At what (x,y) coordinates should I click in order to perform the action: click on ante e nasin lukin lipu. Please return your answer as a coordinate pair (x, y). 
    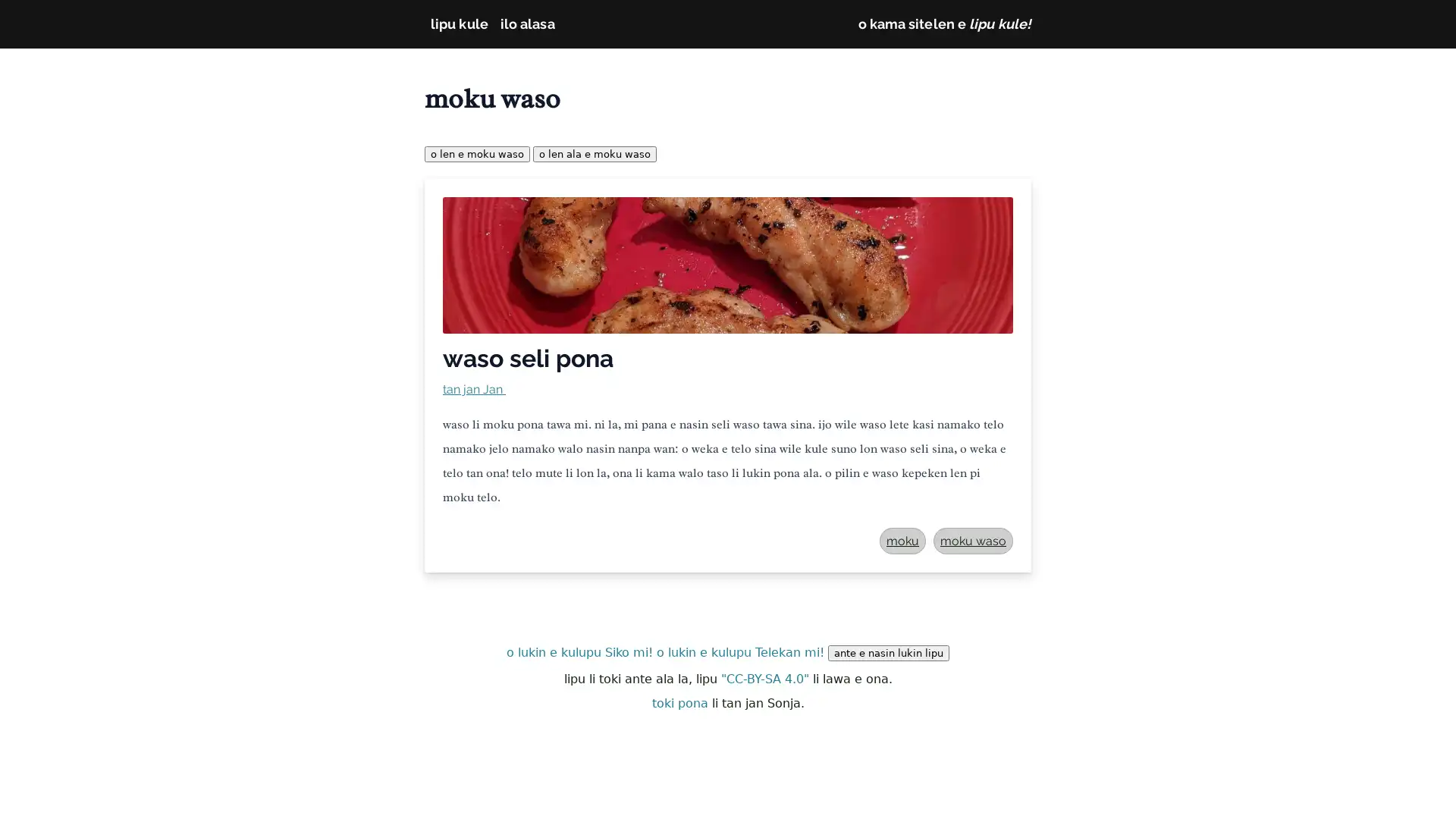
    Looking at the image, I should click on (888, 652).